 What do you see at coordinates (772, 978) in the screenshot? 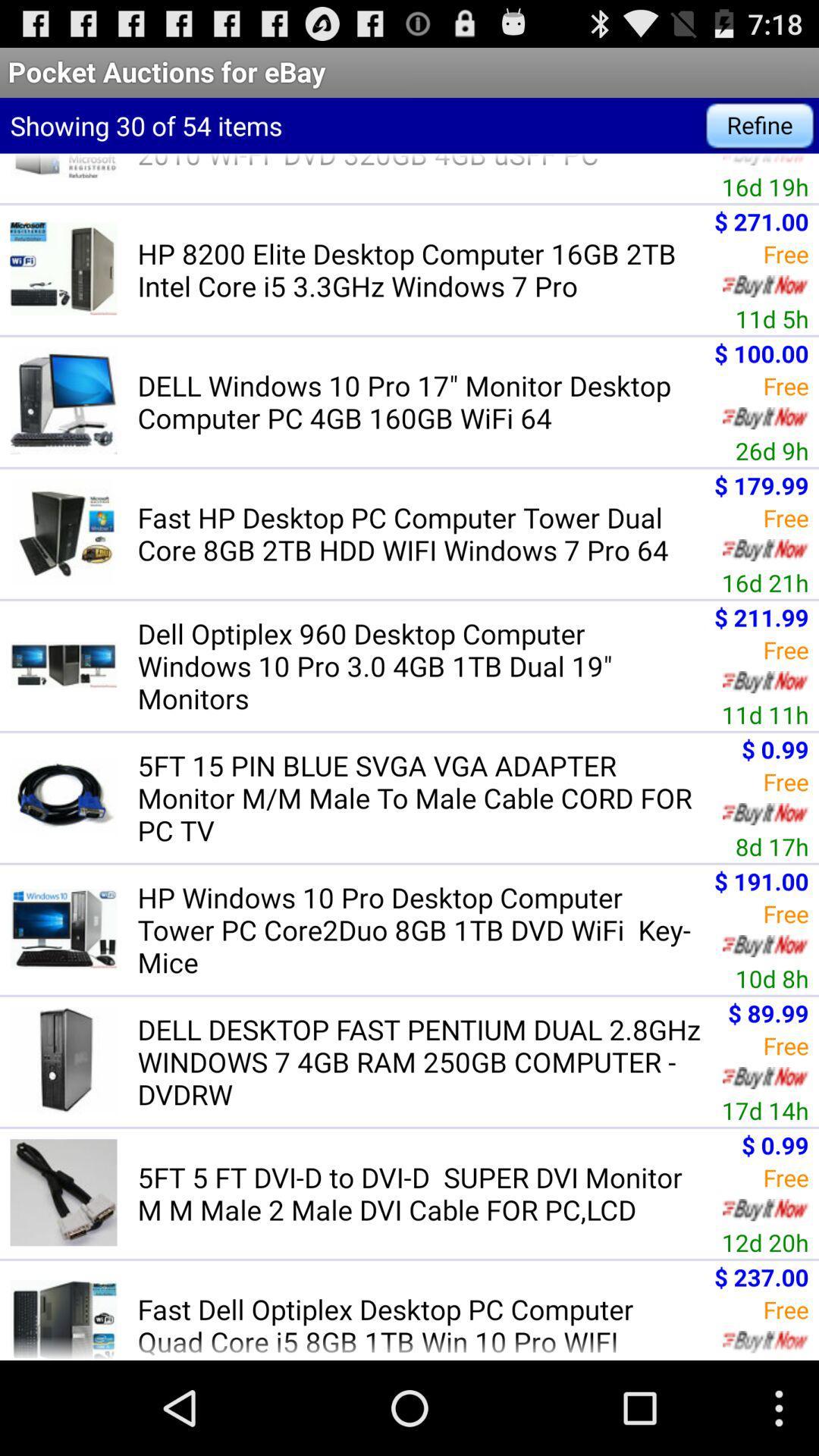
I see `10d 8h icon` at bounding box center [772, 978].